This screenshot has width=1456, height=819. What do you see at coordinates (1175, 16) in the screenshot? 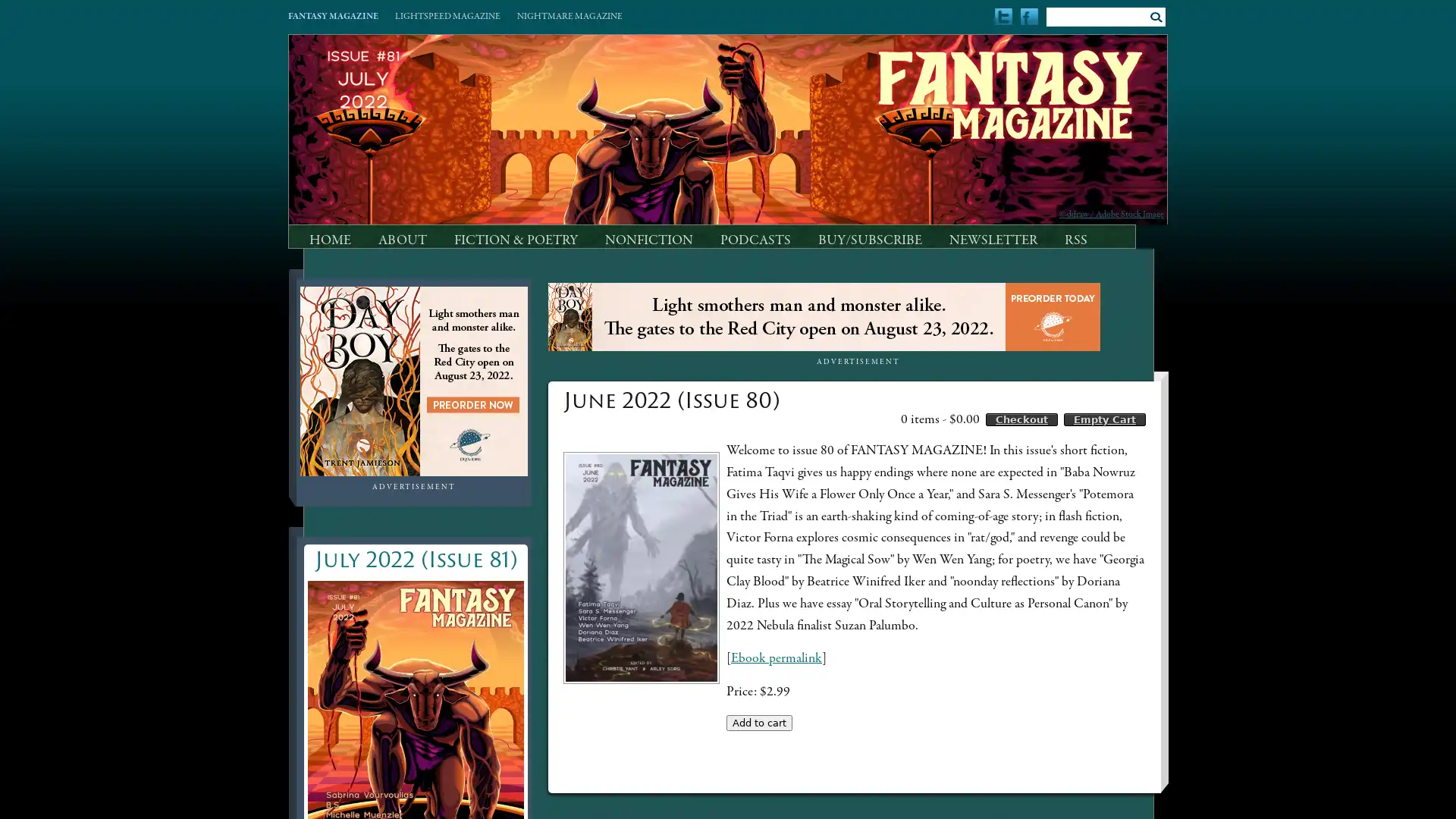
I see `Submit` at bounding box center [1175, 16].